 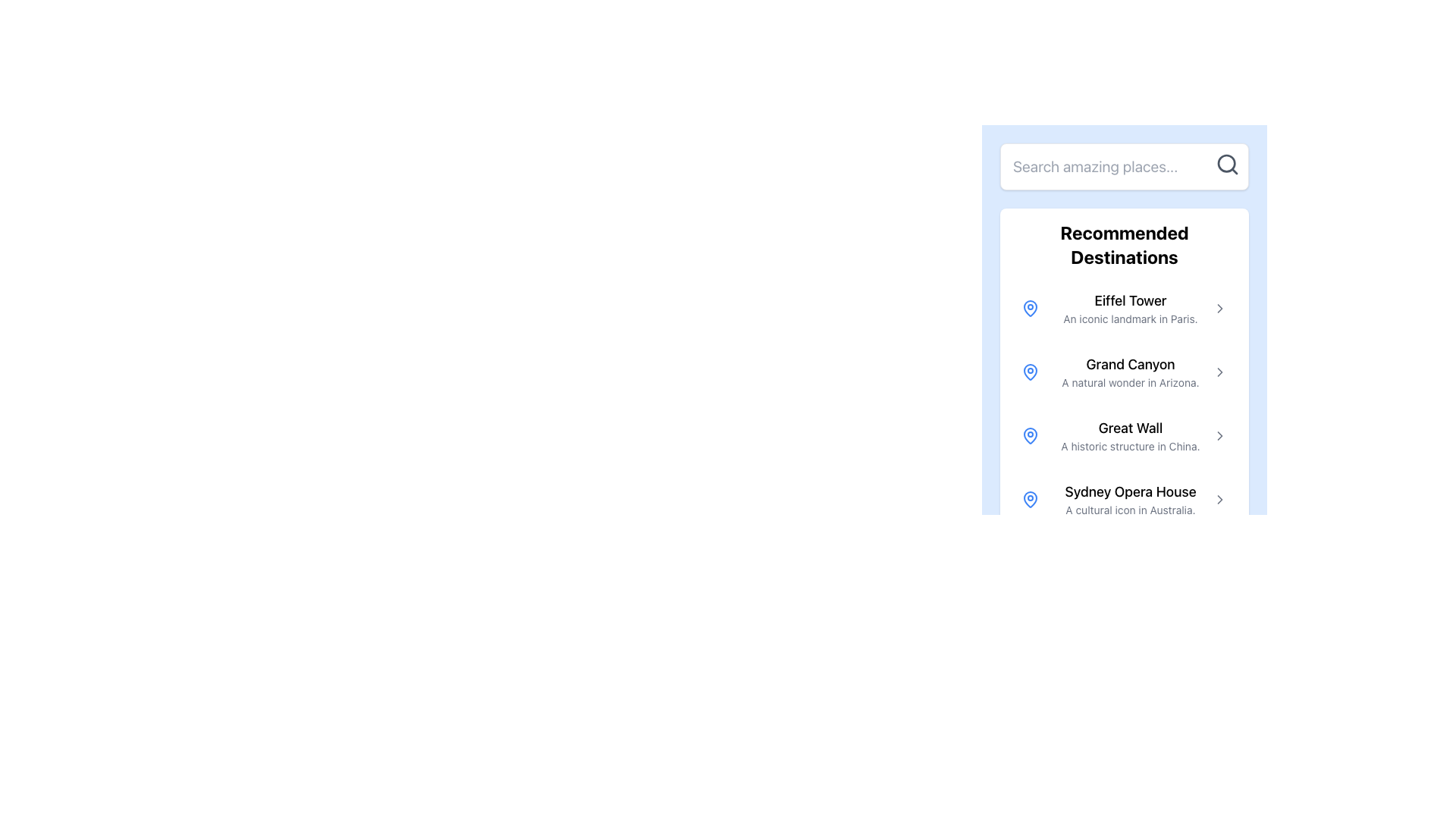 I want to click on the navigational indicator icon for the 'Eiffel Tower' item, which is located to the right of the text and vertically aligned with its baseline, so click(x=1219, y=308).